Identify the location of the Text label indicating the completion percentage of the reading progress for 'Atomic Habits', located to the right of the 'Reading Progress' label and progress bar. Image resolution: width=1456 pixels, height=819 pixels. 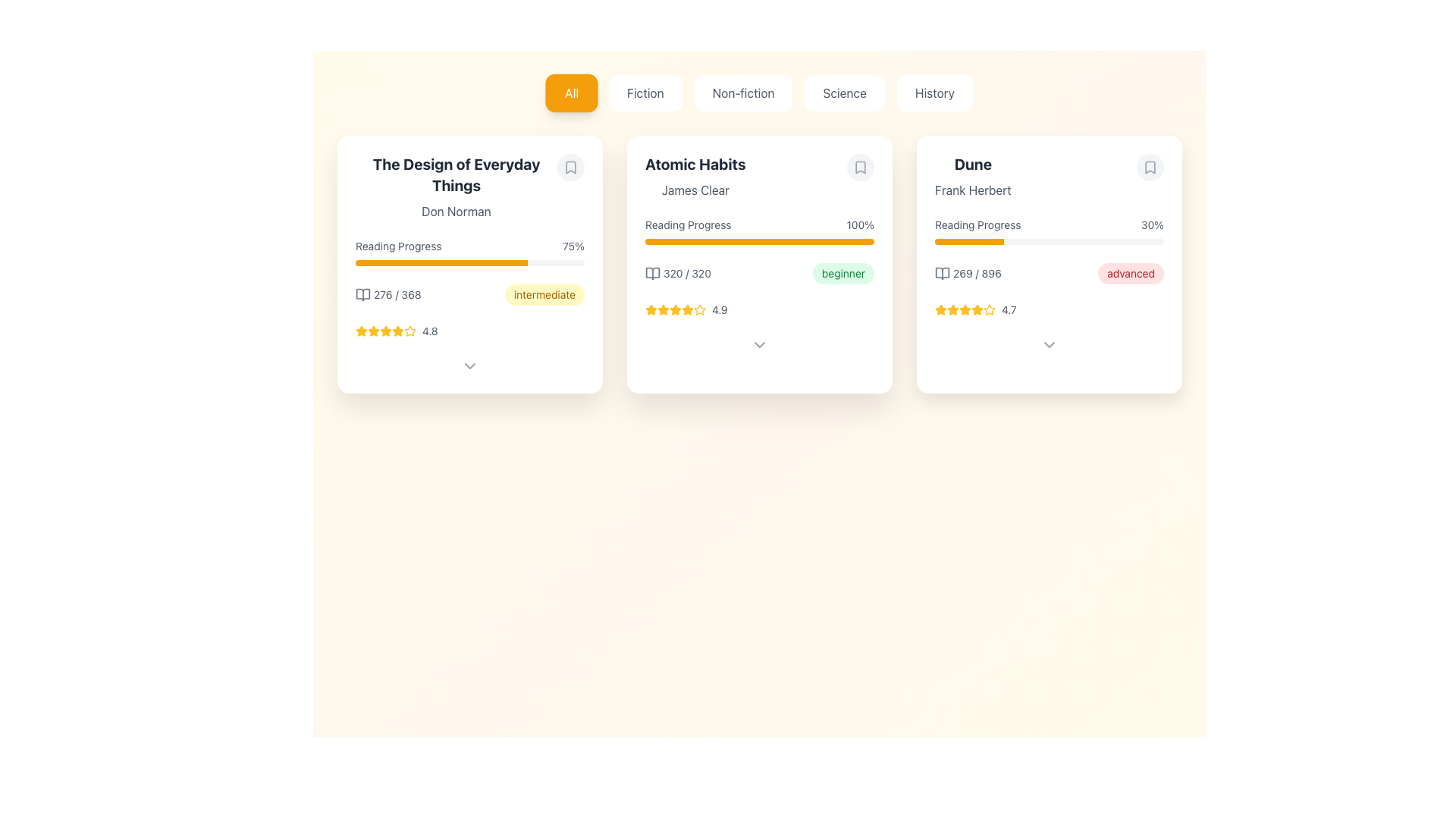
(860, 225).